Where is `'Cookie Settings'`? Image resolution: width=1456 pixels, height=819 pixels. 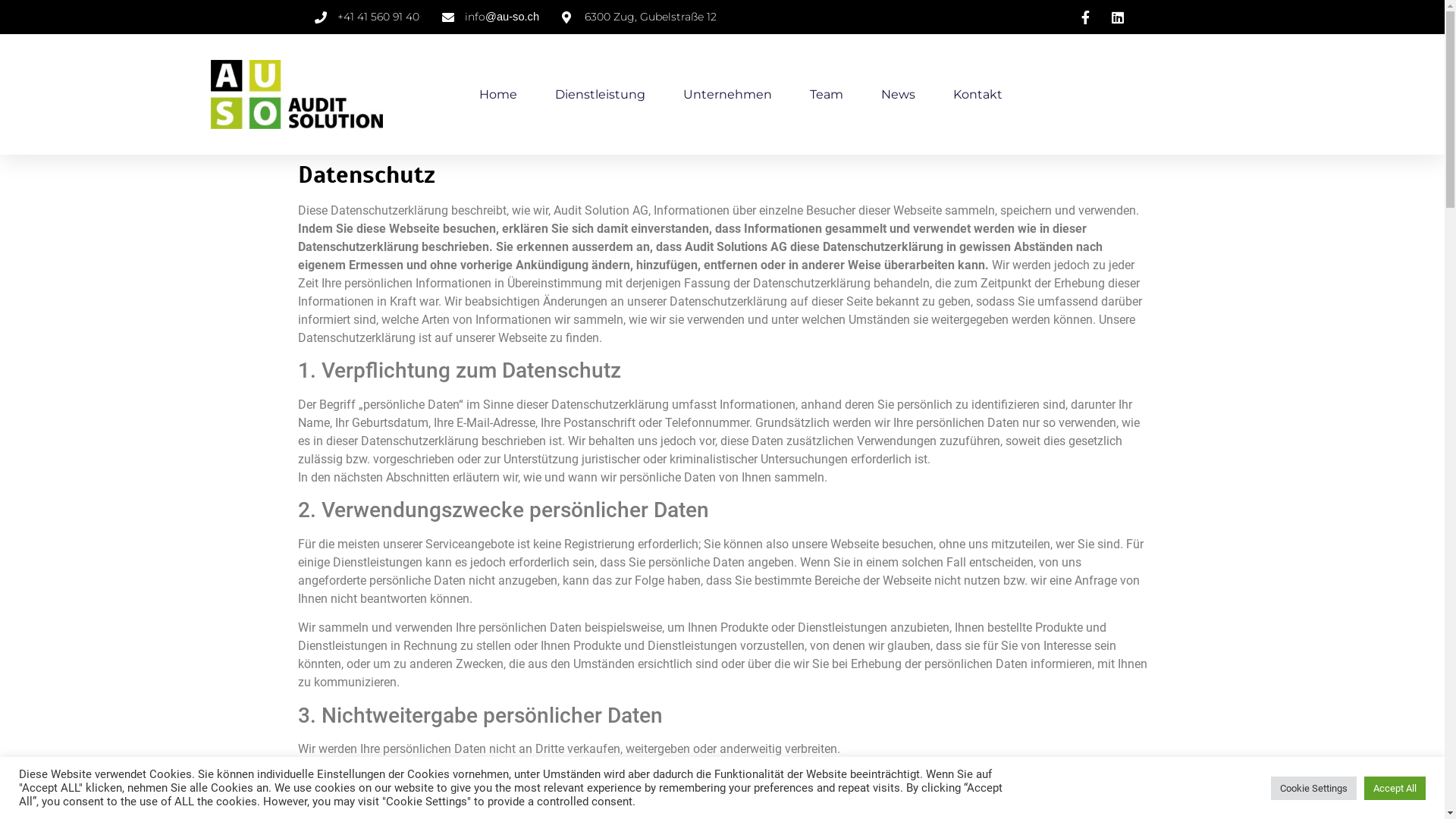 'Cookie Settings' is located at coordinates (1270, 787).